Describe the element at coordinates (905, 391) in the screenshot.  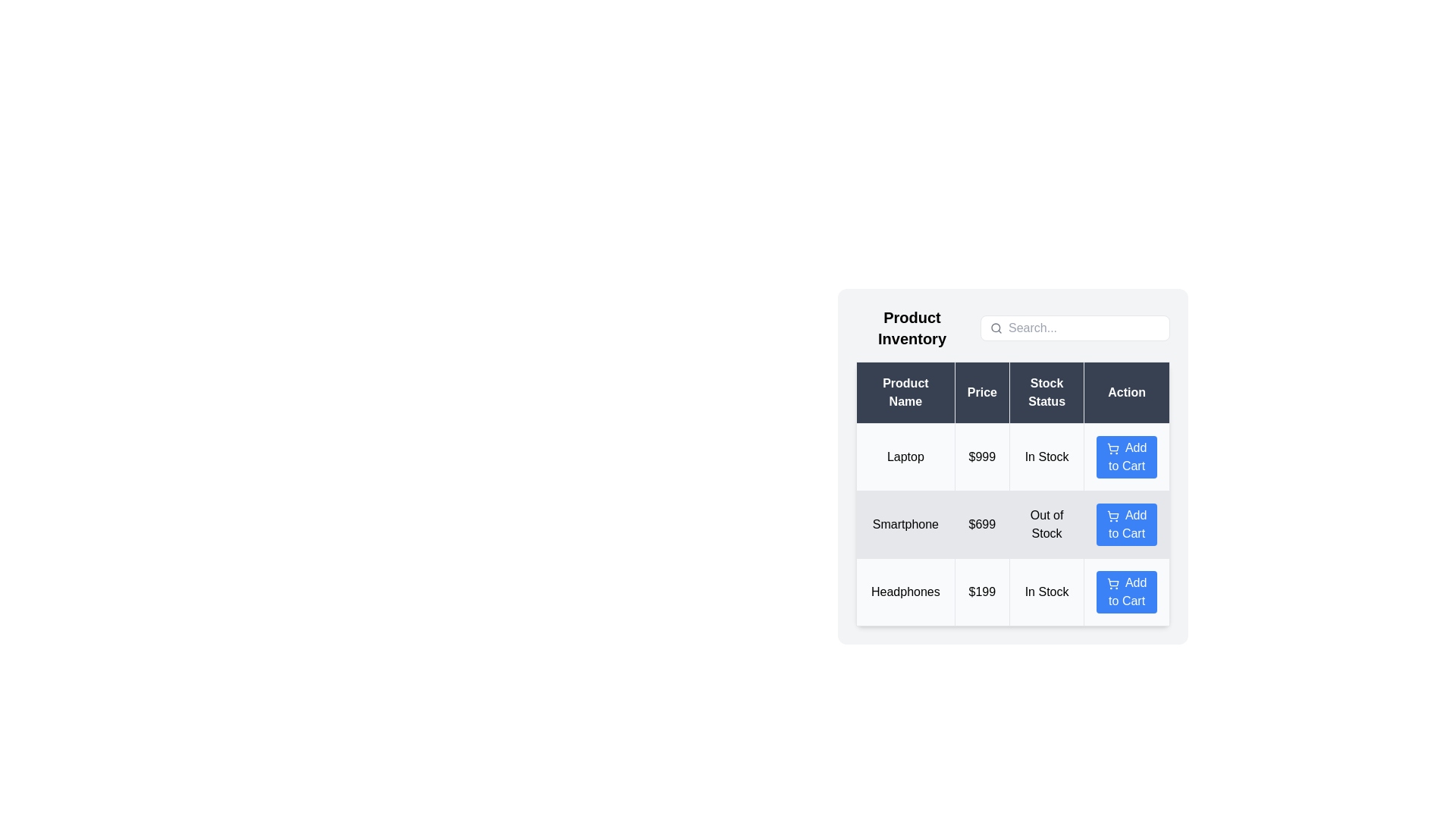
I see `the column header Product Name to sort the table by that column` at that location.